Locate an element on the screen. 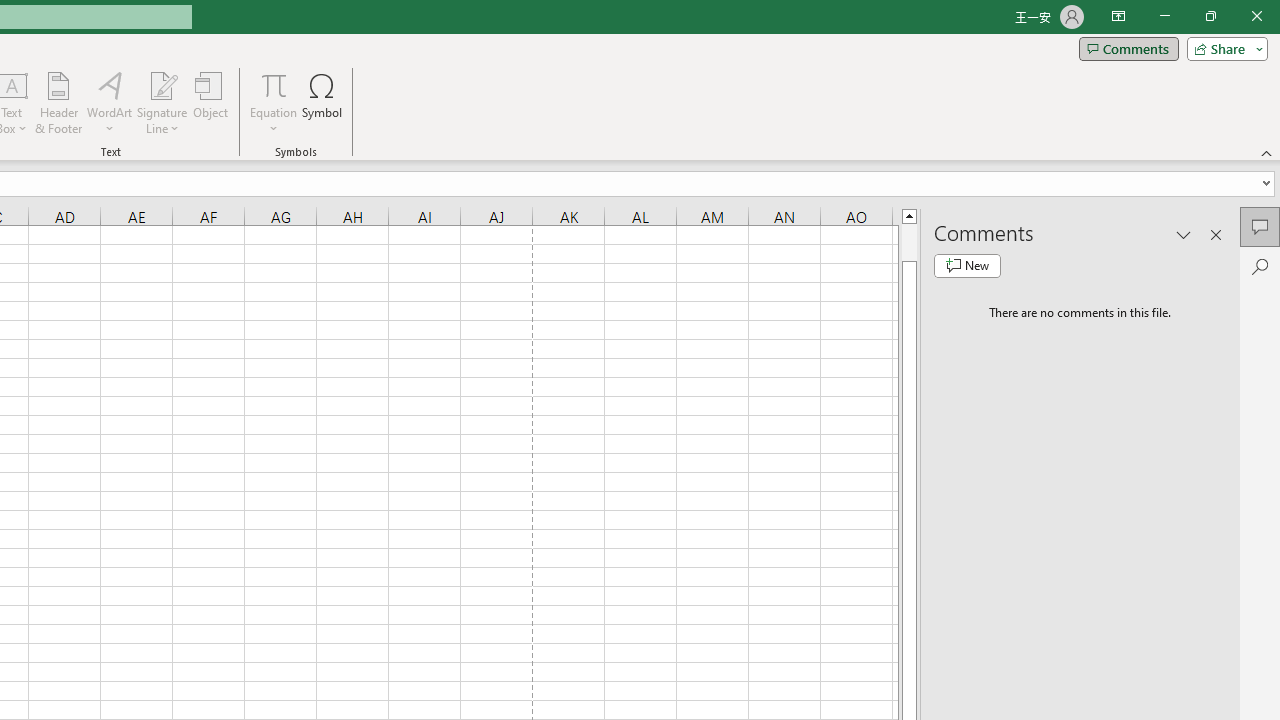 This screenshot has height=720, width=1280. 'Equation' is located at coordinates (272, 84).